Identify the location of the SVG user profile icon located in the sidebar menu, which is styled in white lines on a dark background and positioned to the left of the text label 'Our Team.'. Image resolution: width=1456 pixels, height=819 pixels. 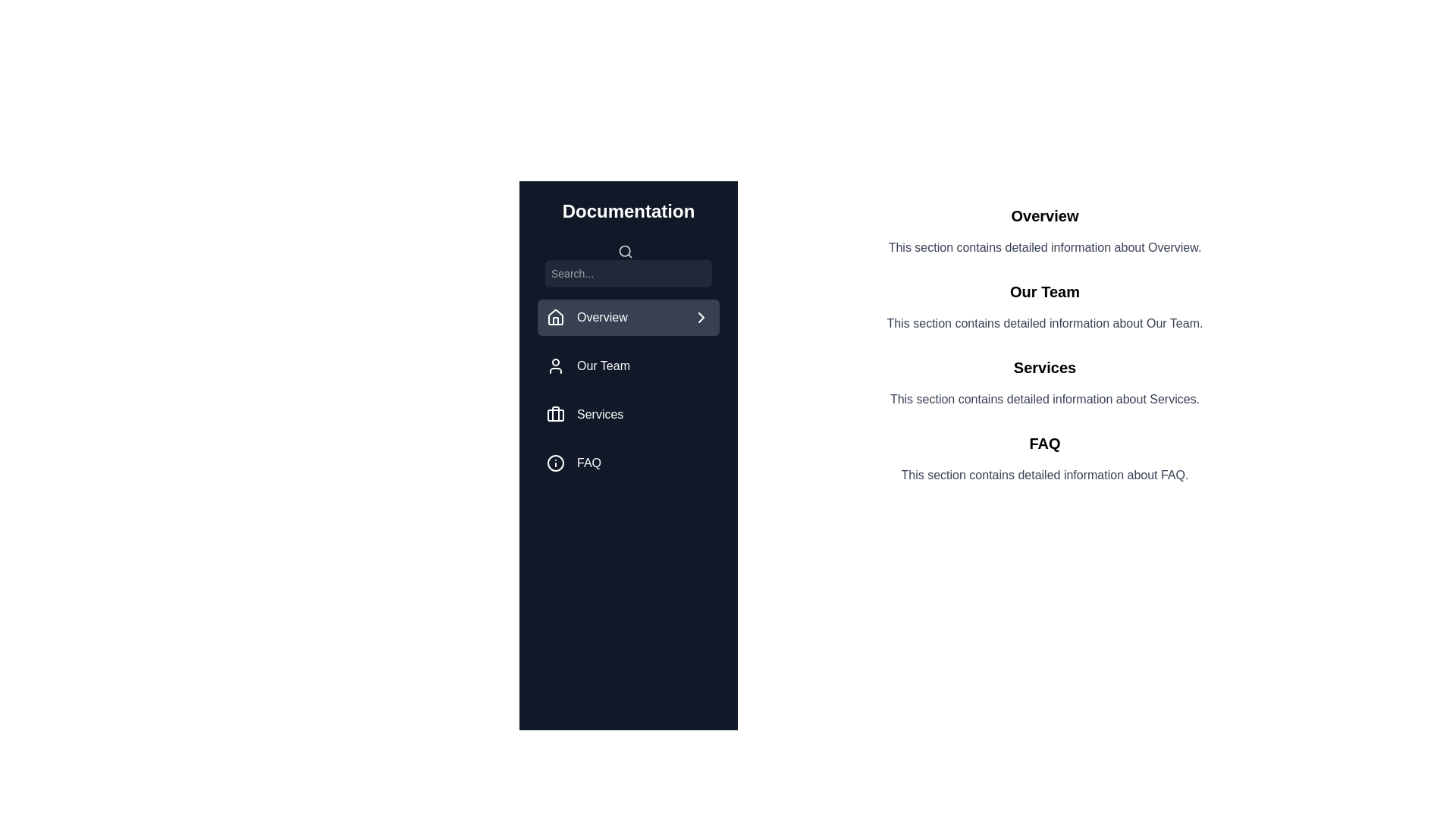
(555, 366).